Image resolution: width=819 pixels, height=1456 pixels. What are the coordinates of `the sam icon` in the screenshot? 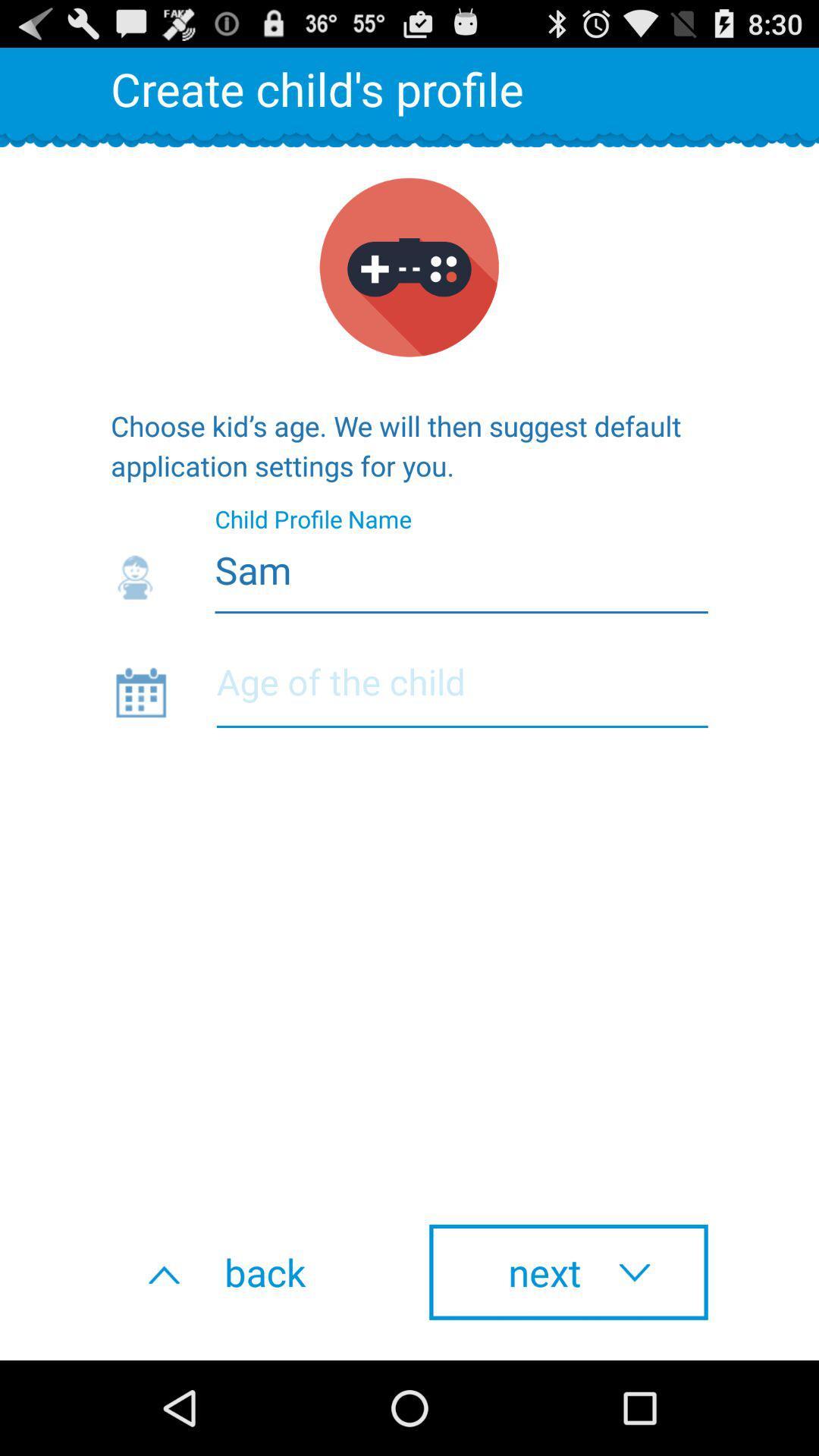 It's located at (409, 565).